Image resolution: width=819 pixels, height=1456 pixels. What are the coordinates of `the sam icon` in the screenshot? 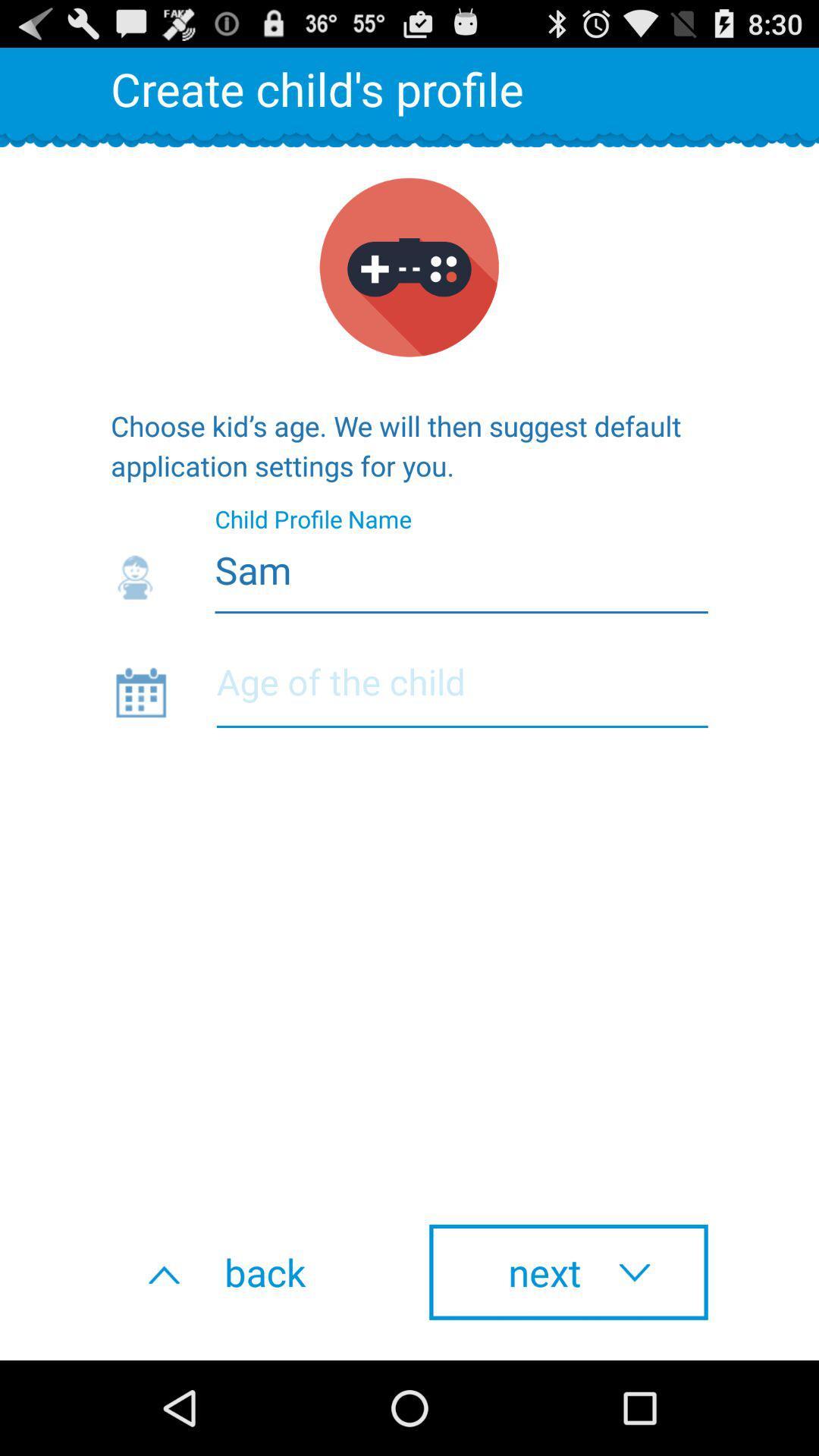 It's located at (409, 565).